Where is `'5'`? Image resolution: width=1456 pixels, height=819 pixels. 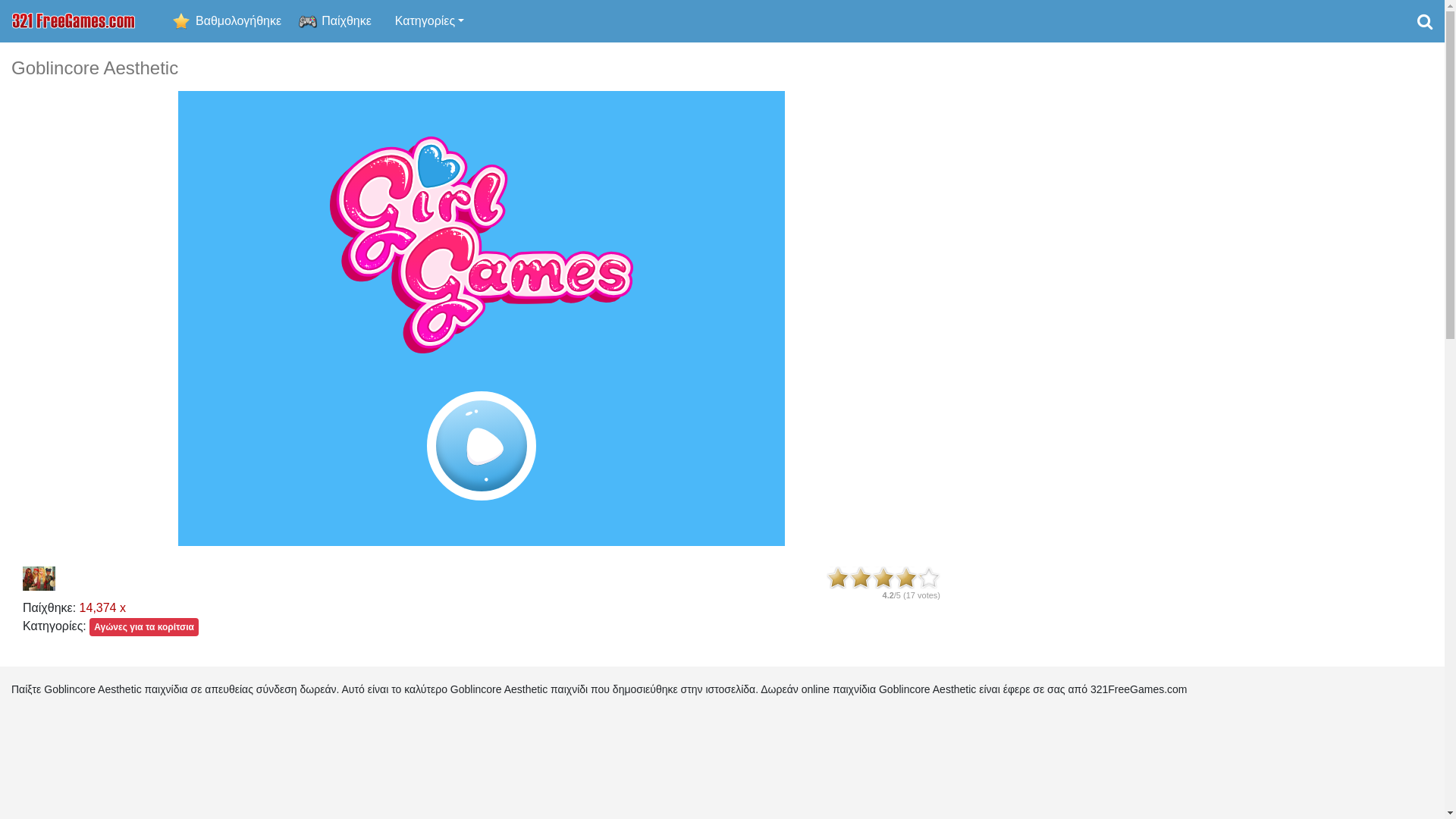
'5' is located at coordinates (927, 578).